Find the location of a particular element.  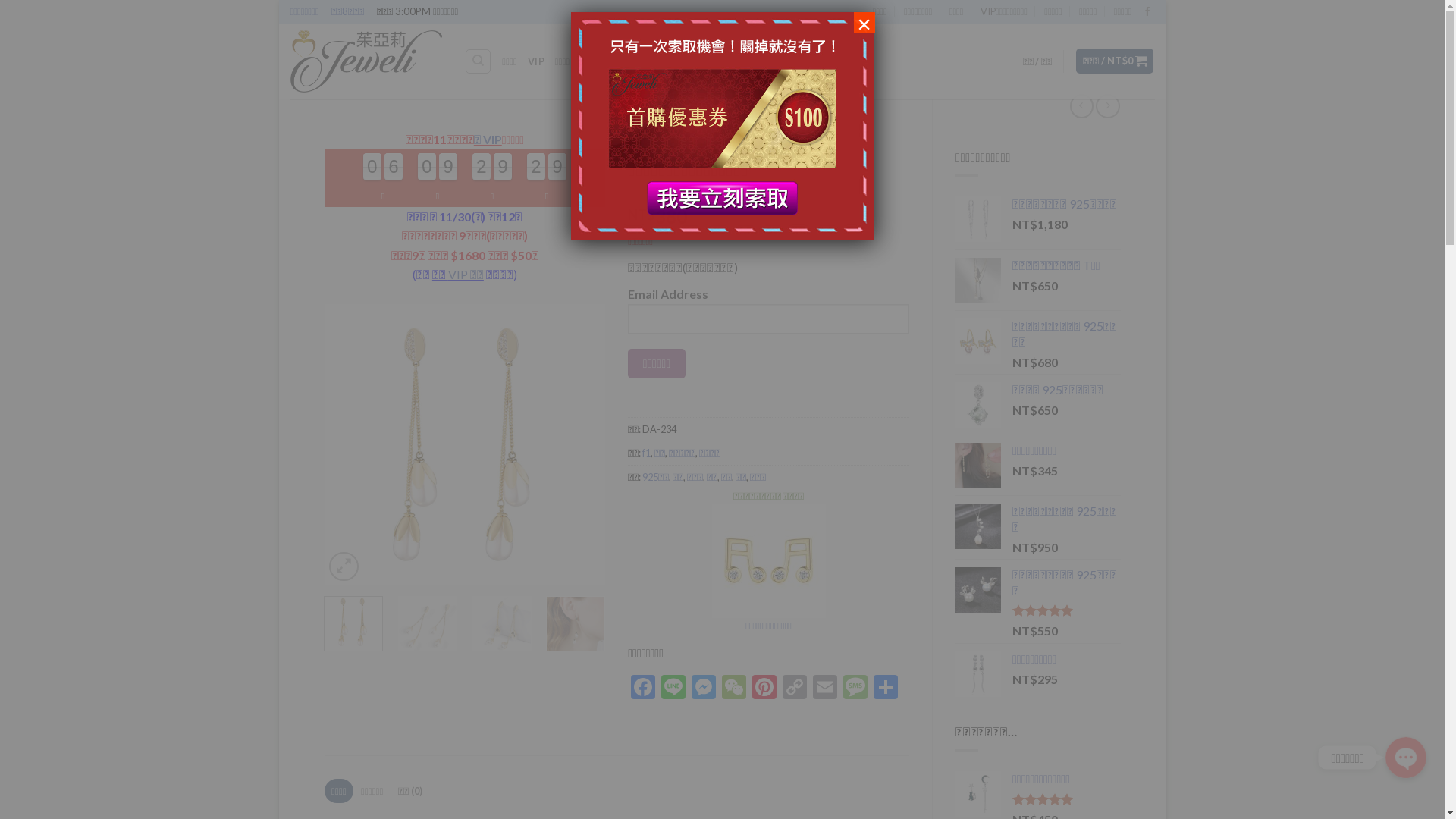

'Pinterest' is located at coordinates (764, 688).